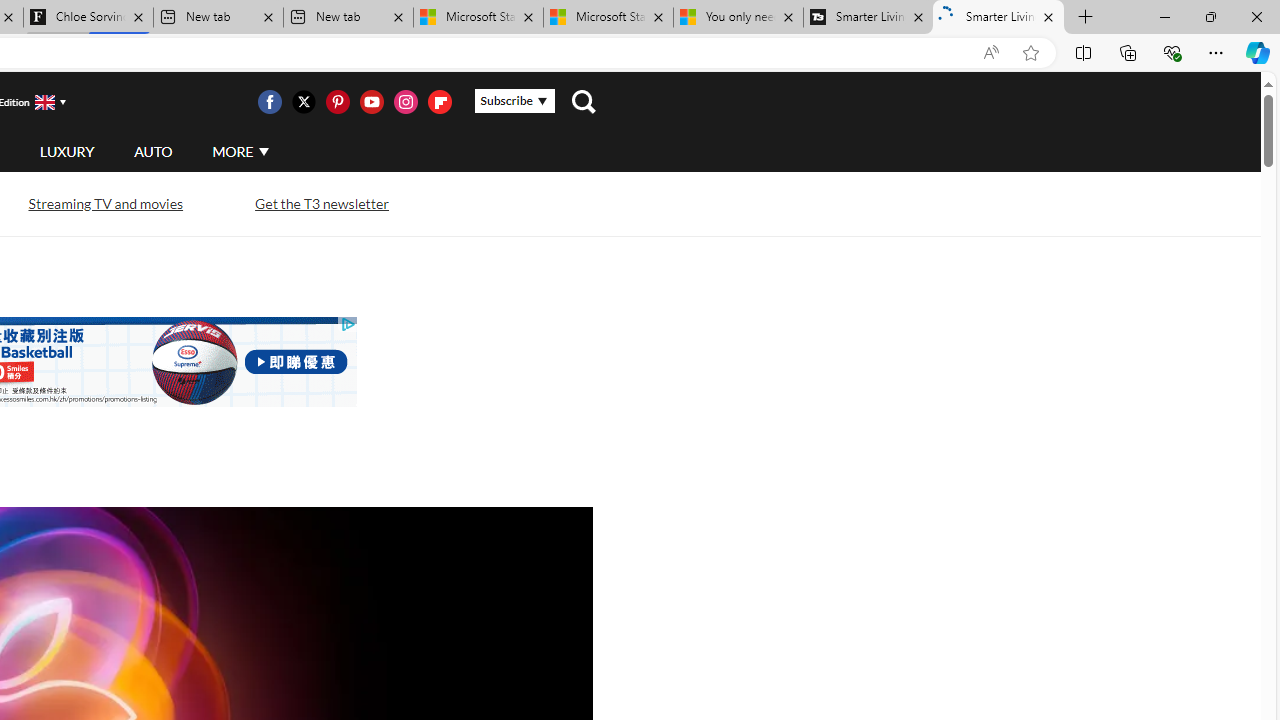  Describe the element at coordinates (152, 150) in the screenshot. I see `'AUTO'` at that location.